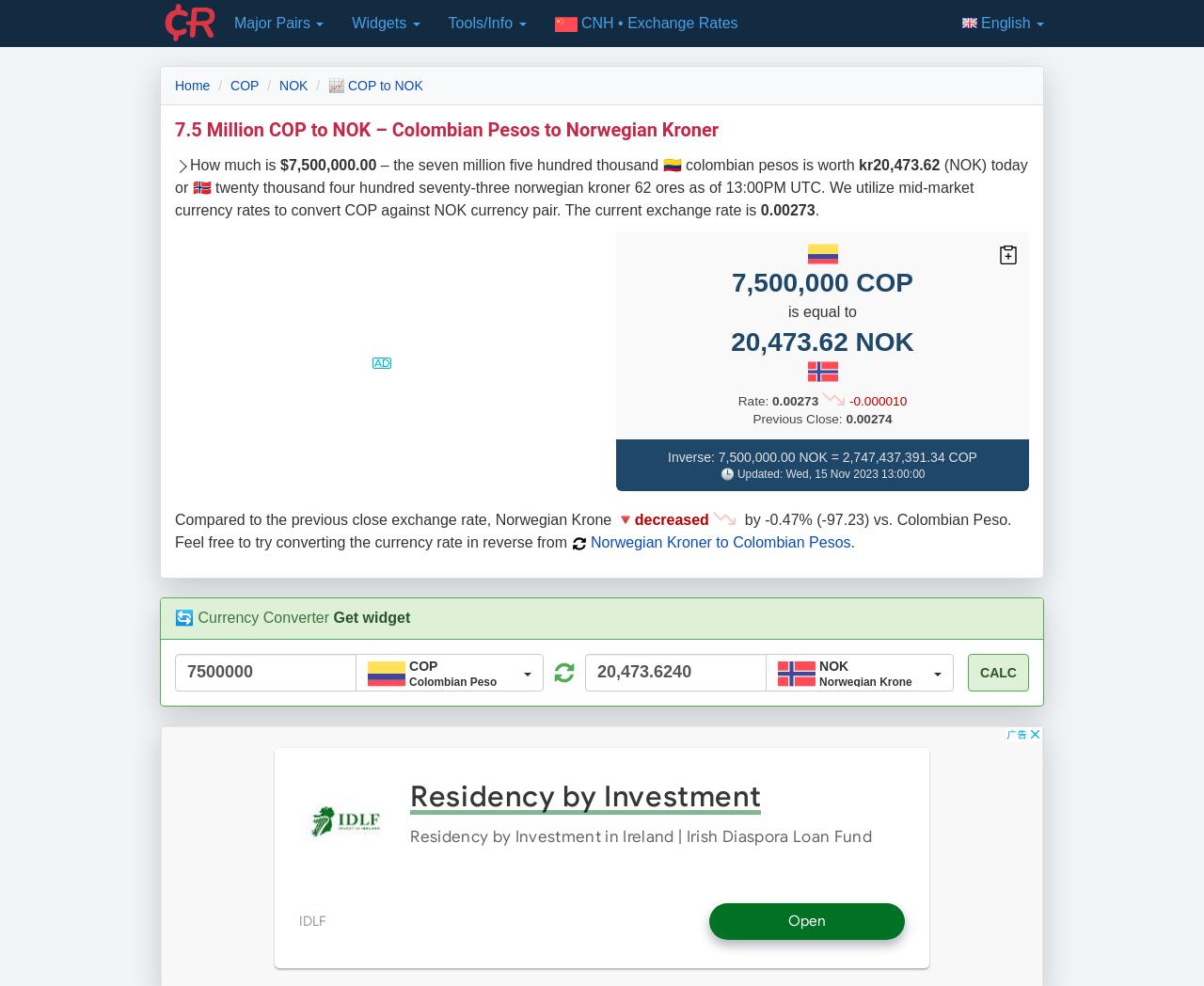 The height and width of the screenshot is (986, 1204). Describe the element at coordinates (403, 518) in the screenshot. I see `'Compared to the previous close exchange rate, Norwegian Krone 🔻'` at that location.